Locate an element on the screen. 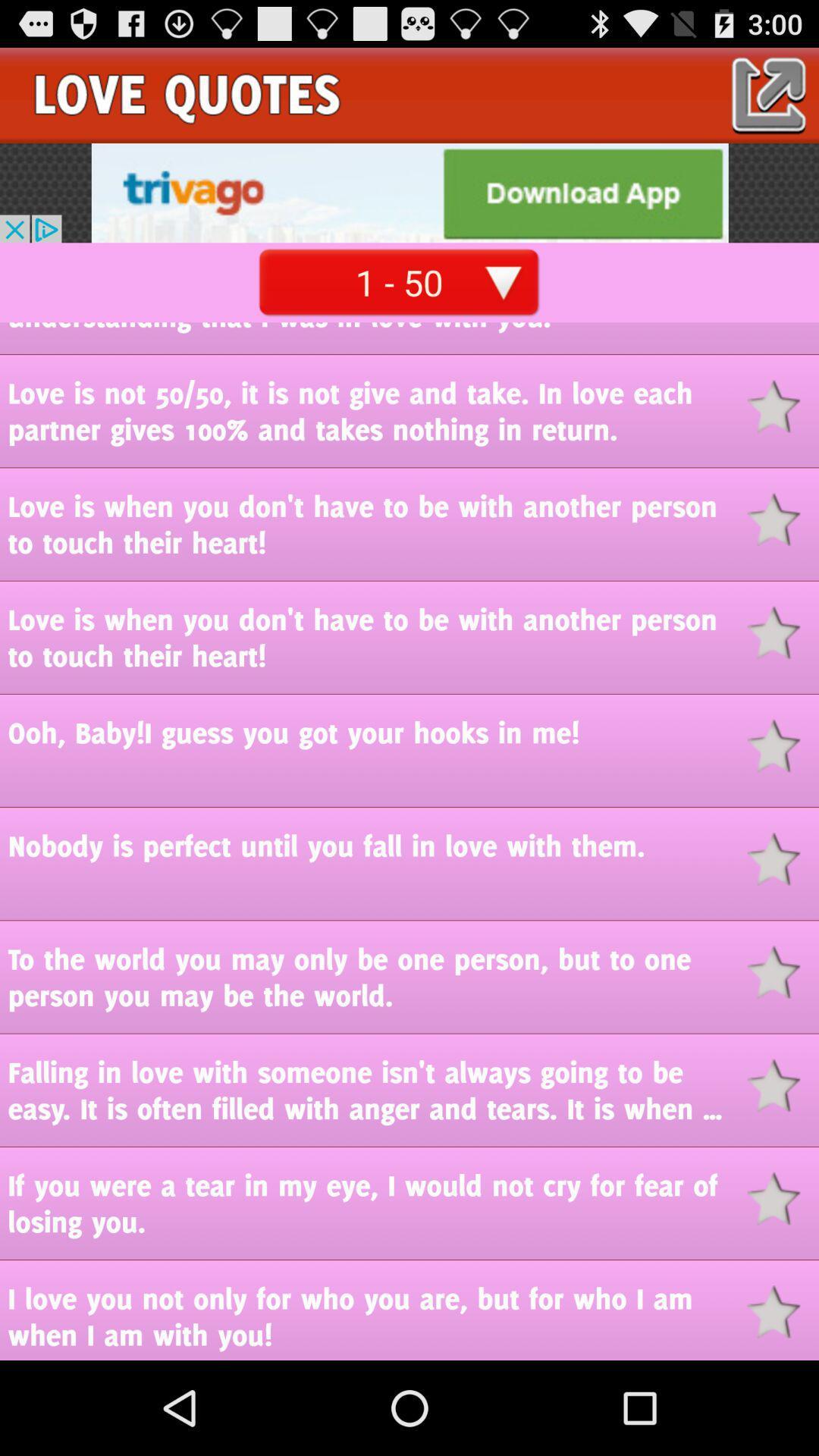  share the article is located at coordinates (783, 745).